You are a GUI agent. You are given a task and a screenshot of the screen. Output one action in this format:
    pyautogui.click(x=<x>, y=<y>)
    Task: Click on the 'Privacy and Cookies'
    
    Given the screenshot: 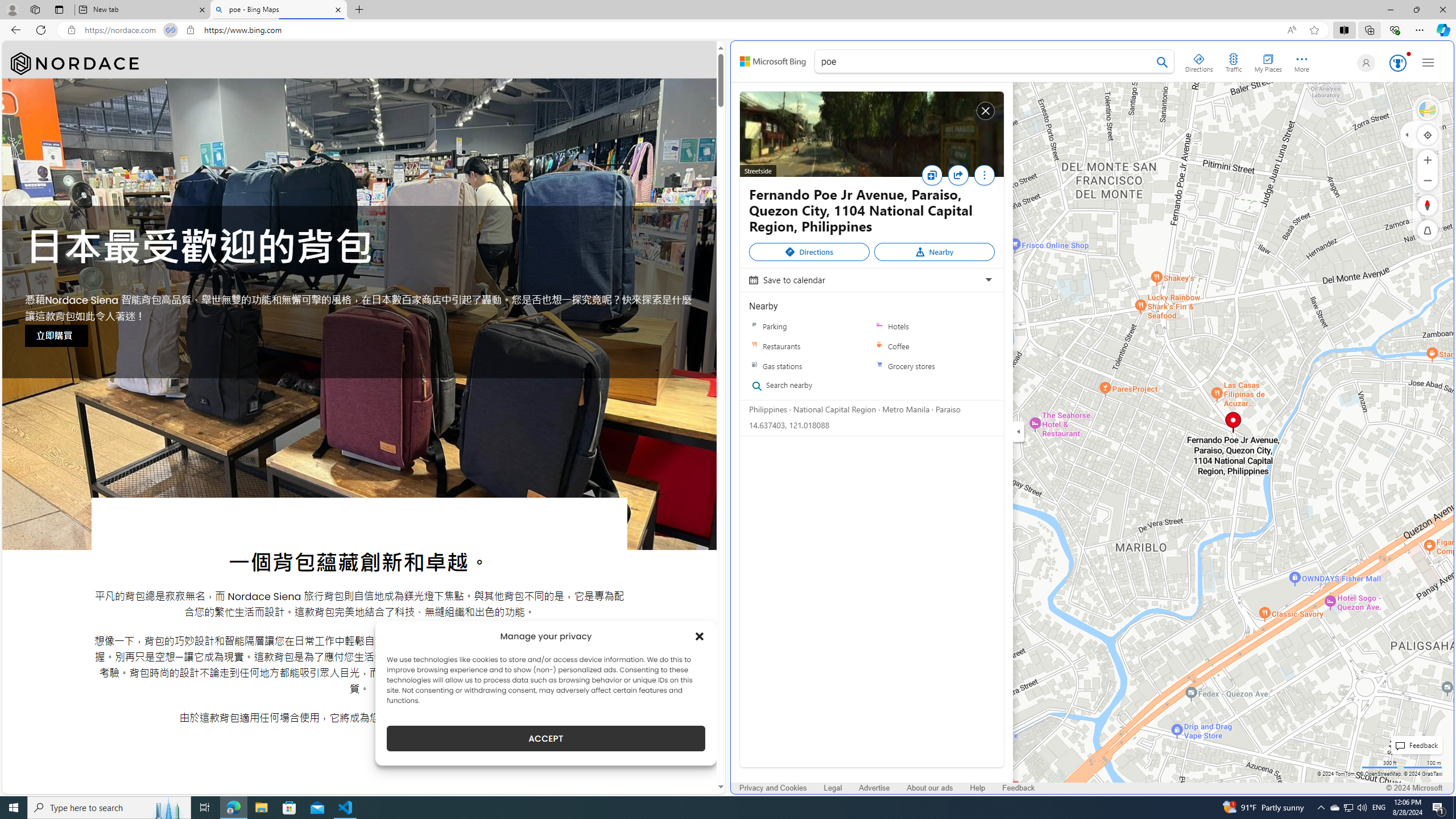 What is the action you would take?
    pyautogui.click(x=772, y=788)
    